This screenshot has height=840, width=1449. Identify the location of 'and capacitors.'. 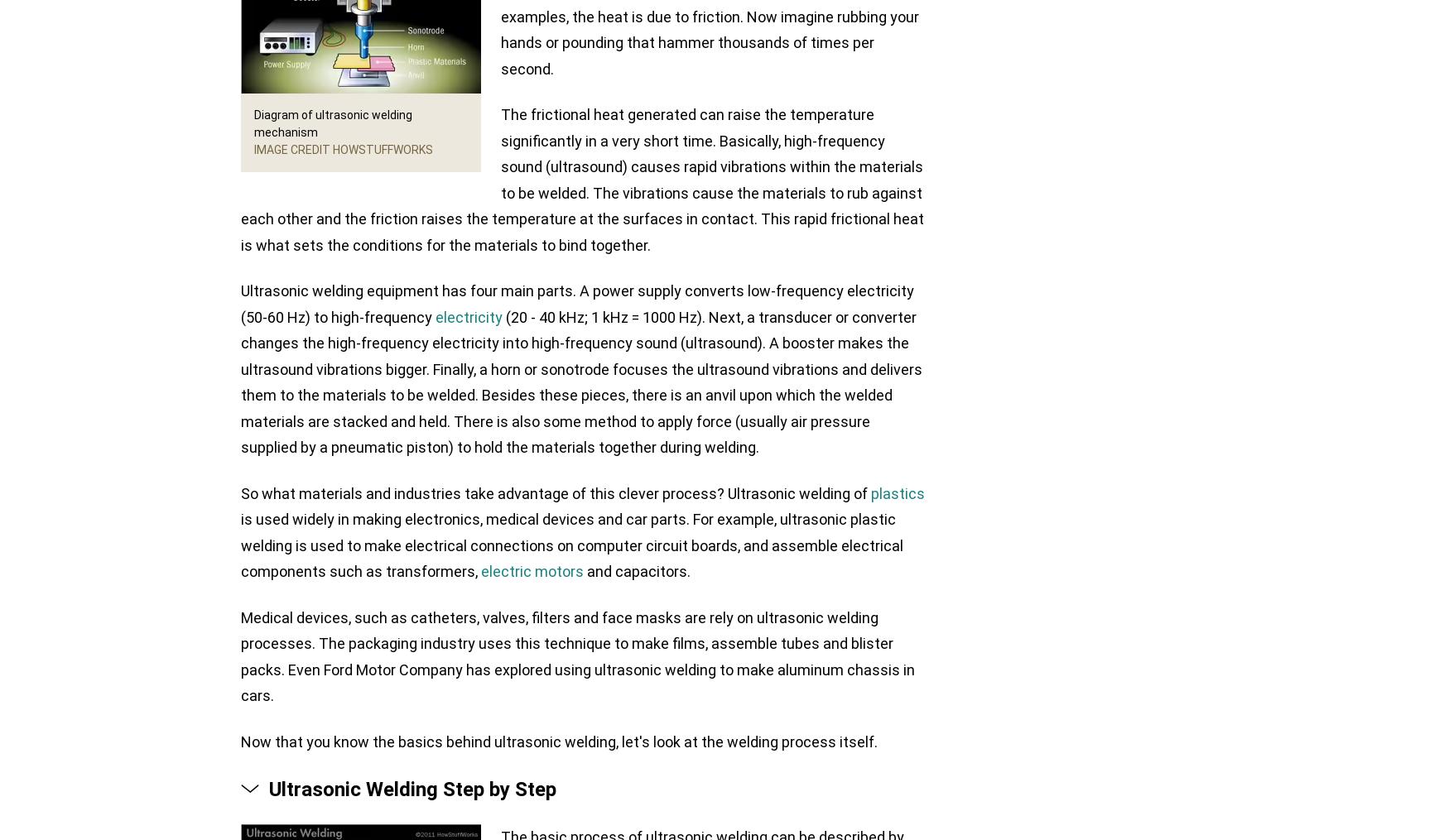
(584, 571).